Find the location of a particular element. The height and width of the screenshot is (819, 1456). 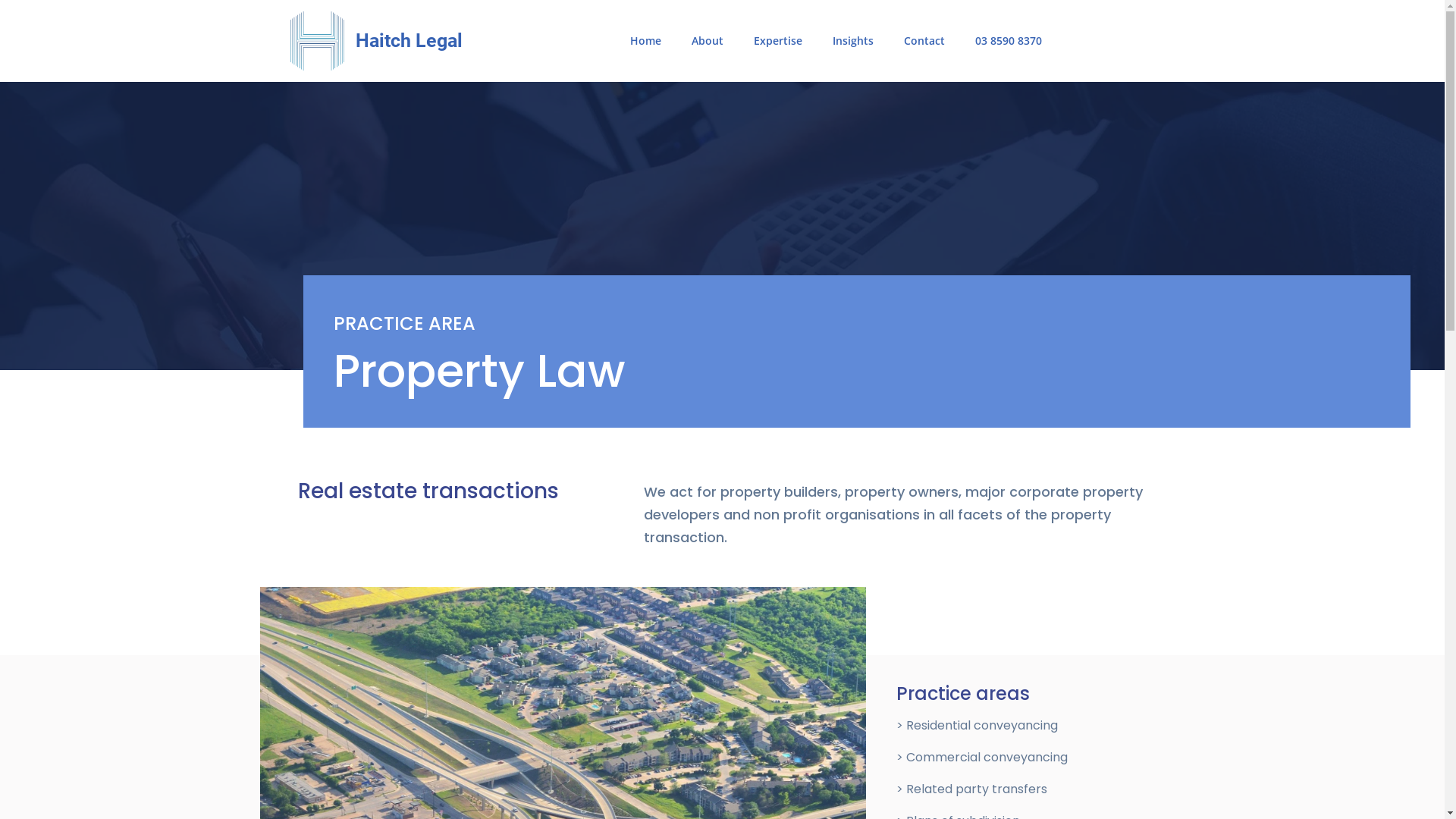

'Home' is located at coordinates (645, 40).